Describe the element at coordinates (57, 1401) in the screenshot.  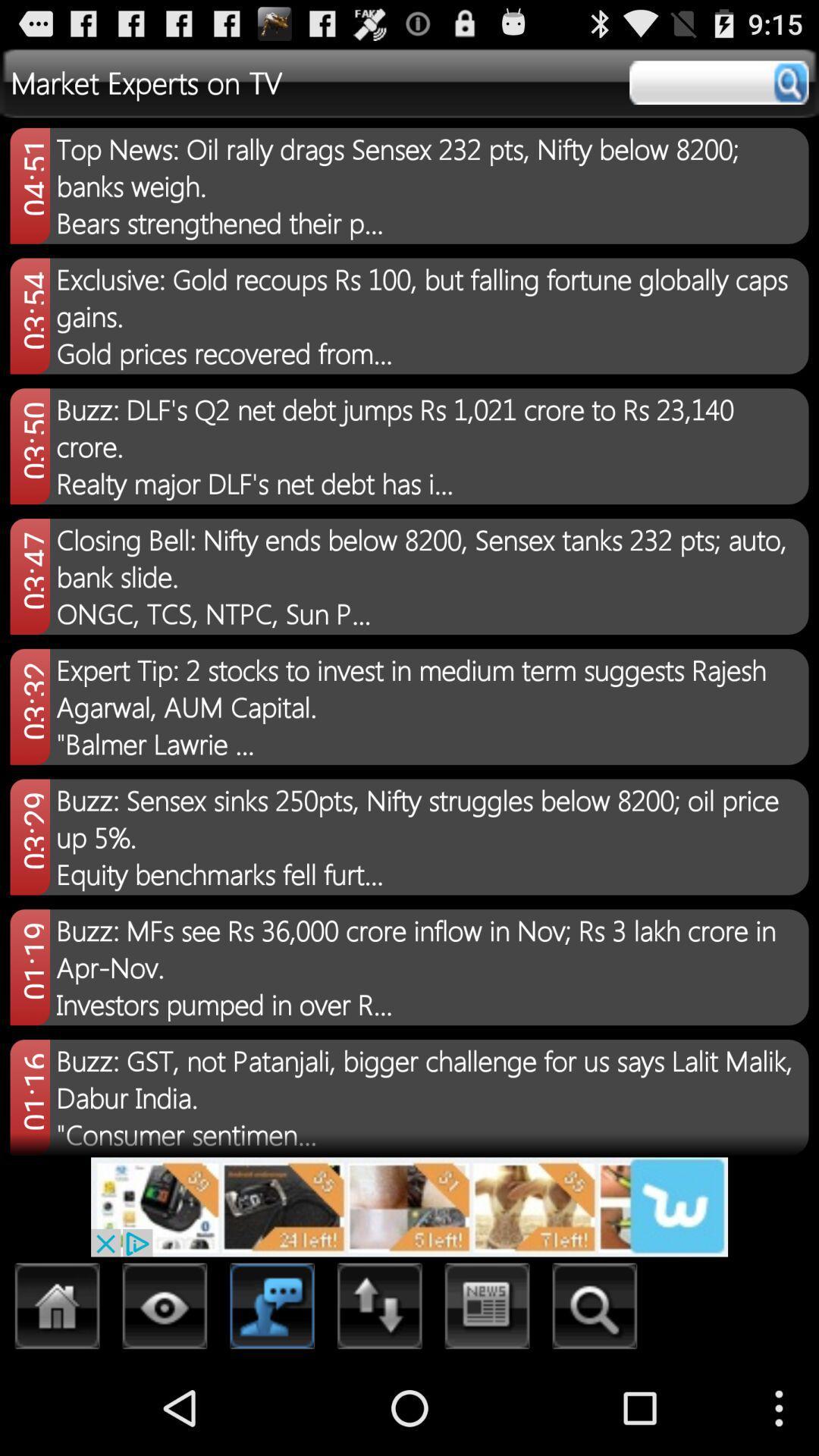
I see `the home icon` at that location.